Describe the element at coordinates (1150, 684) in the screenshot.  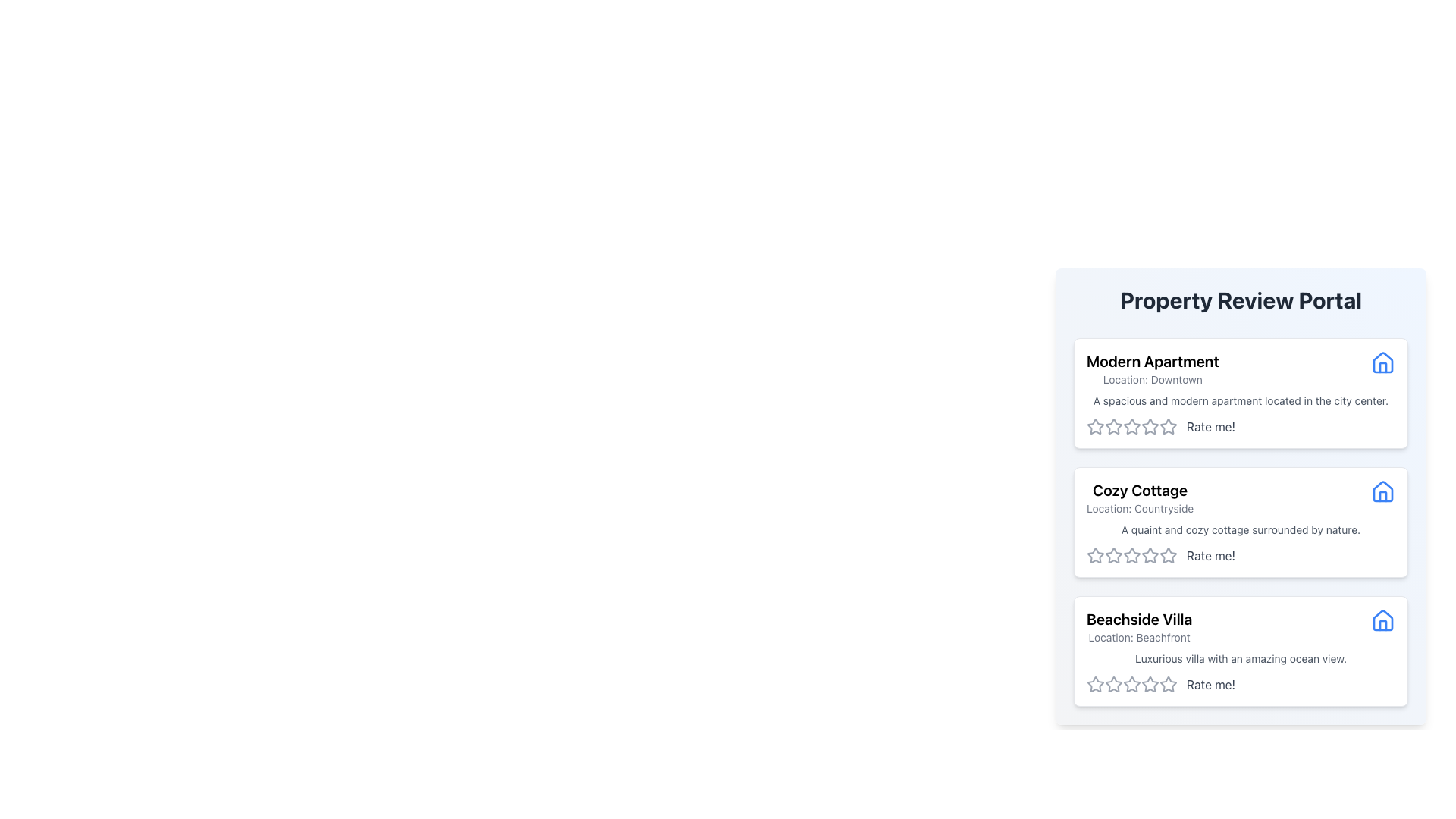
I see `the unselected fifth star-shaped icon with a gray outline` at that location.